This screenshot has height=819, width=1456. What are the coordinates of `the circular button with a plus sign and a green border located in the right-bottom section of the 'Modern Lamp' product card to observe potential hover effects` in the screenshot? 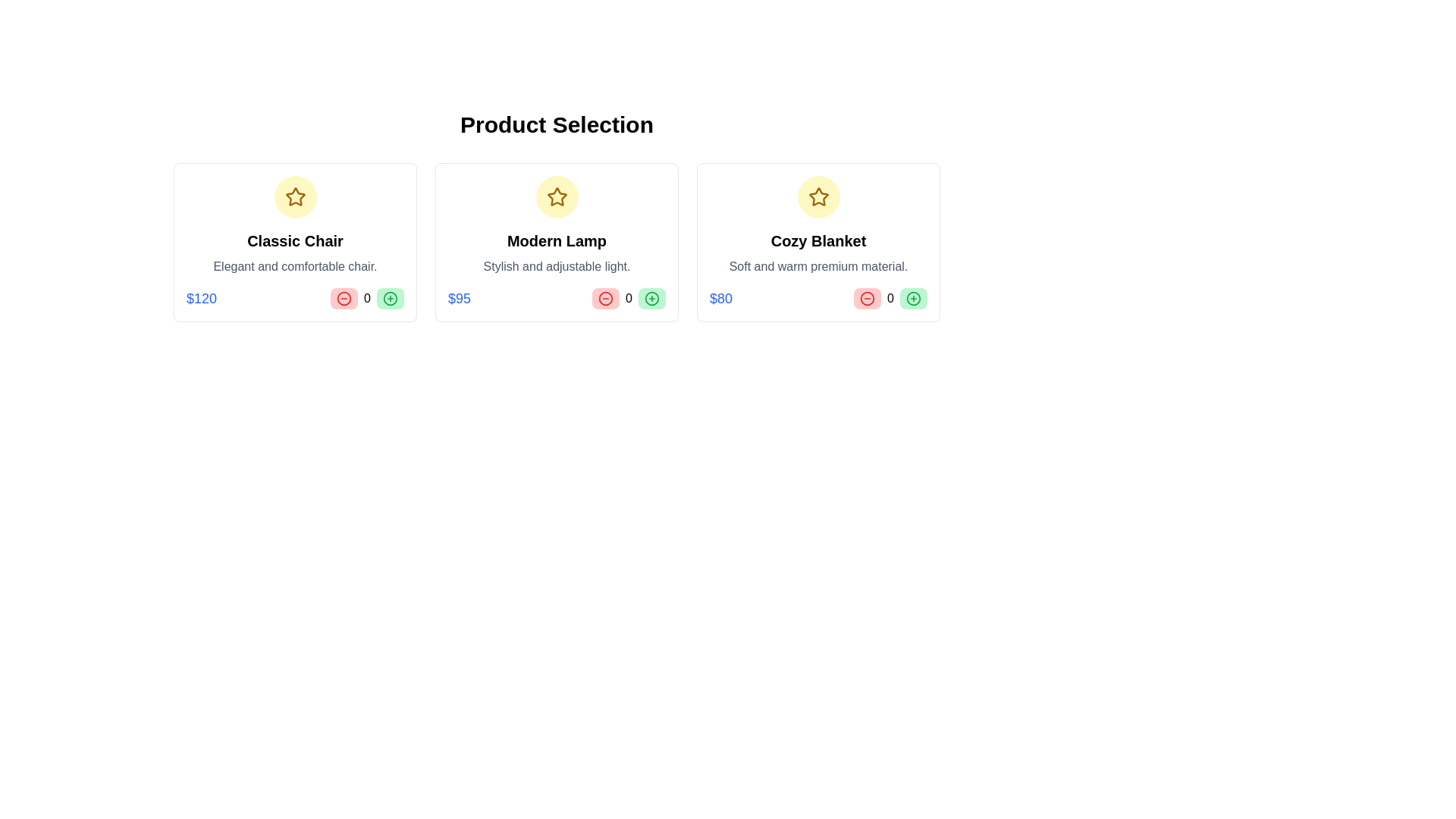 It's located at (651, 298).